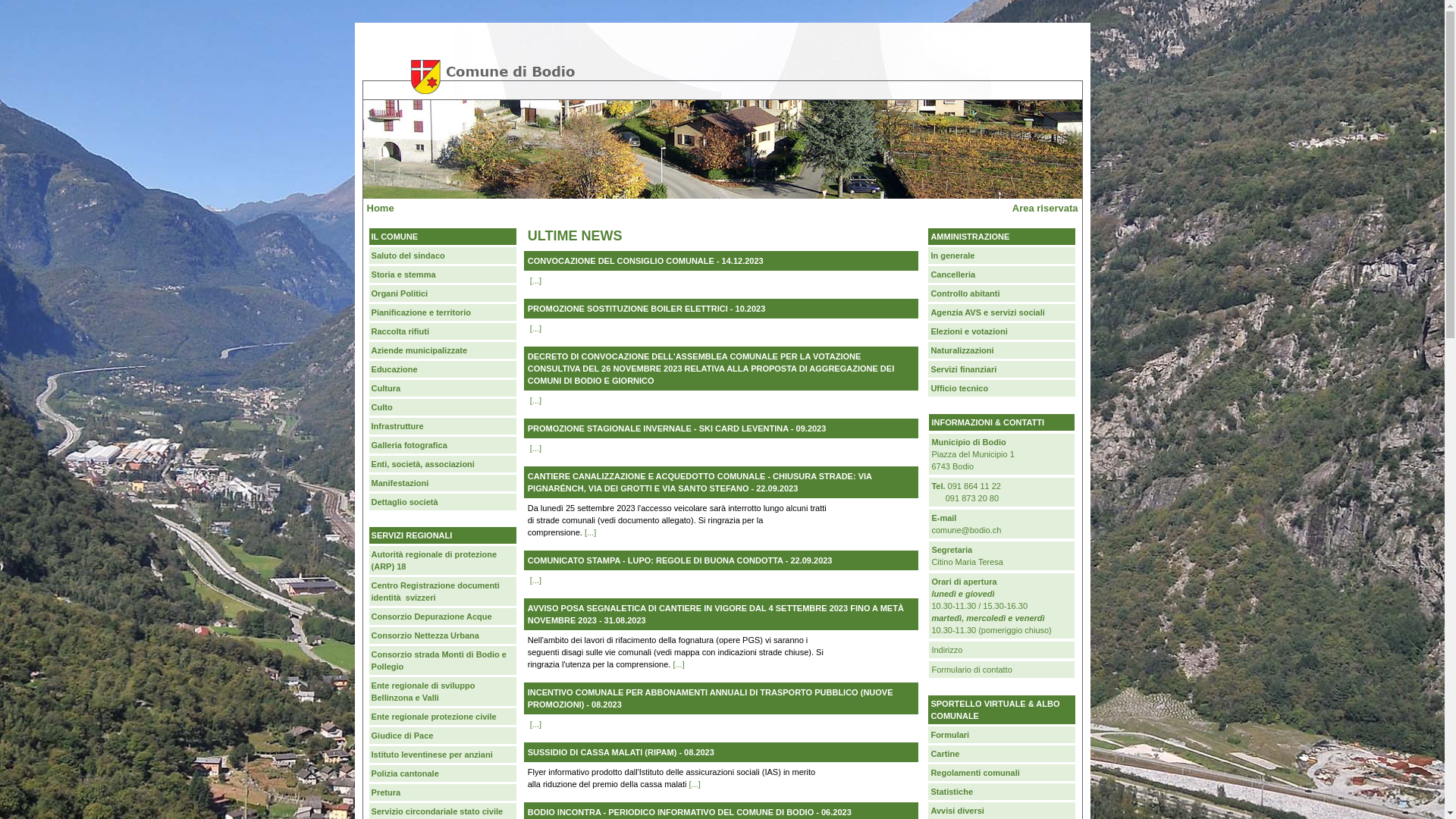  Describe the element at coordinates (442, 660) in the screenshot. I see `'Consorzio strada Monti di Bodio e Pollegio'` at that location.